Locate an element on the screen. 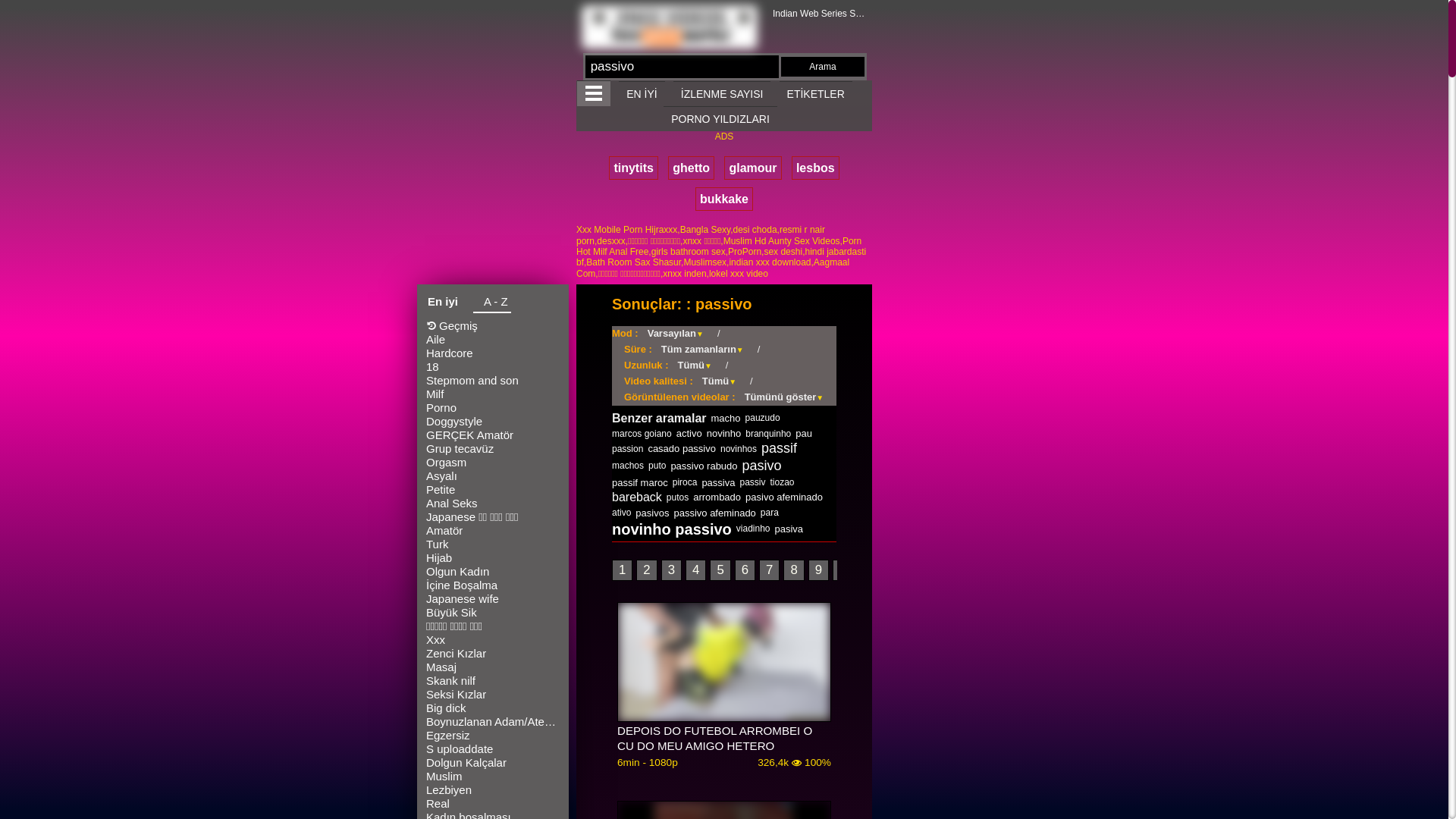 This screenshot has width=1456, height=819. 'Turk' is located at coordinates (492, 543).